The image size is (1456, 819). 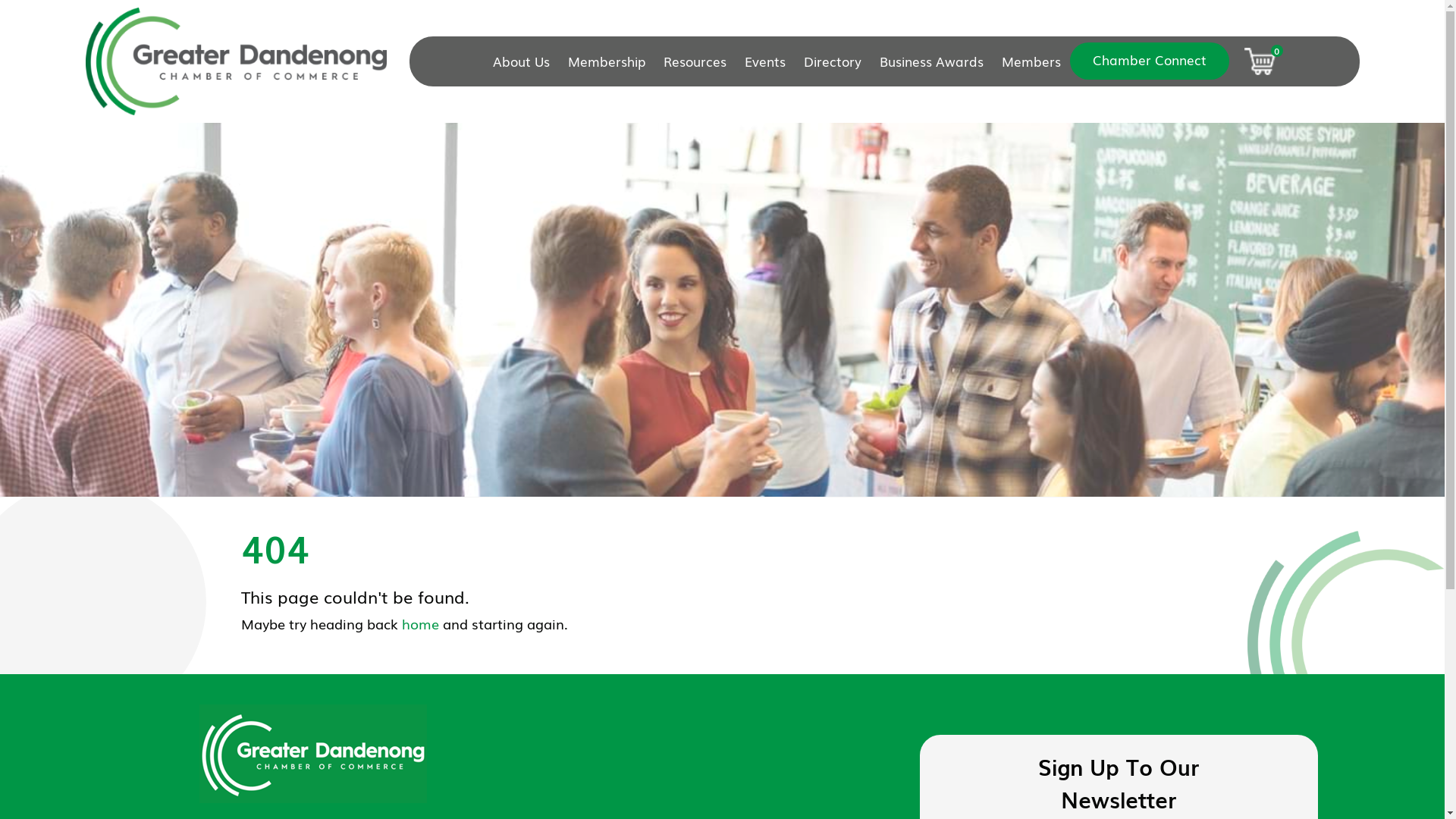 I want to click on 'Membership', so click(x=607, y=61).